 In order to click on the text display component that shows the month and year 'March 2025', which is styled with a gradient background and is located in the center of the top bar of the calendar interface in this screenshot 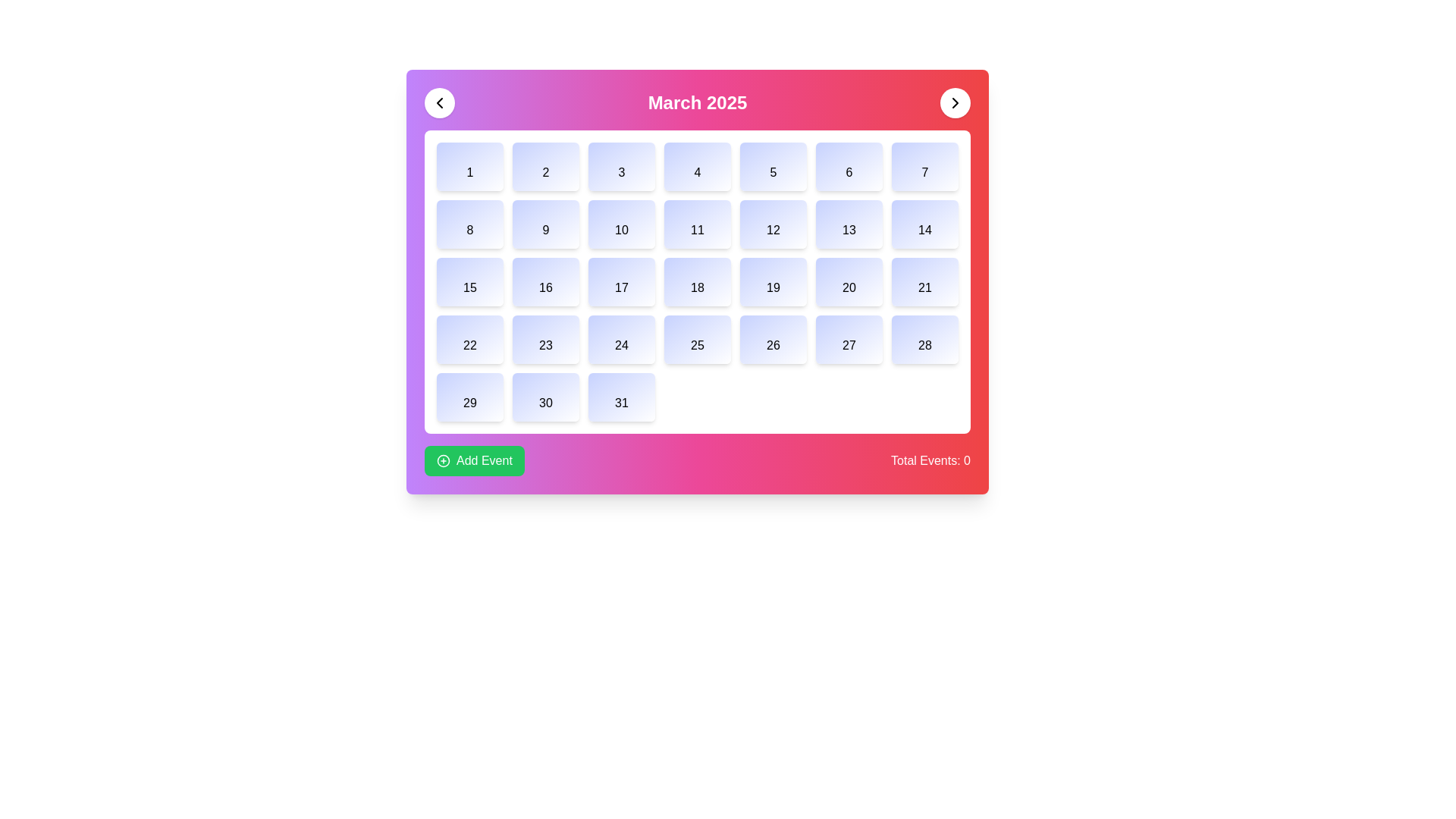, I will do `click(697, 102)`.